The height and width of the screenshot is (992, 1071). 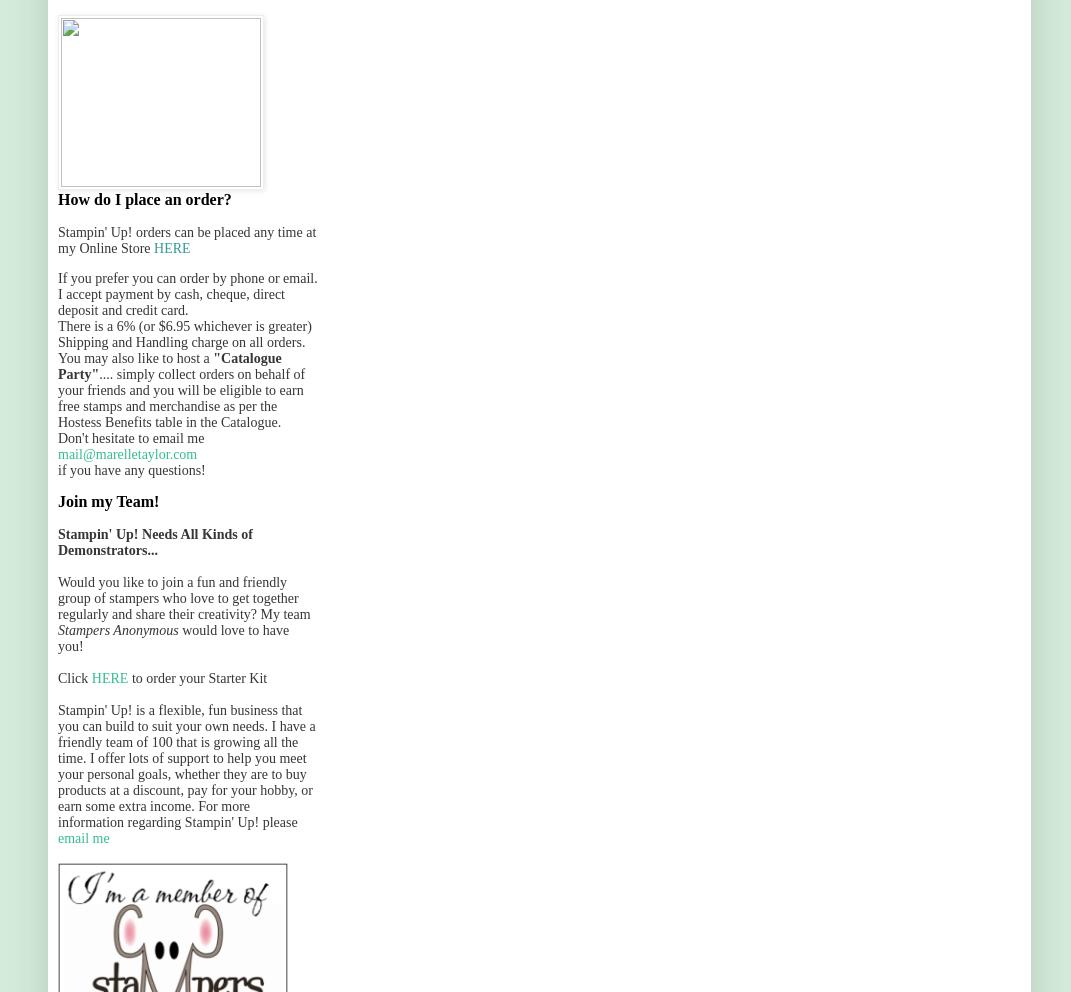 I want to click on 'would love to have you!', so click(x=172, y=638).